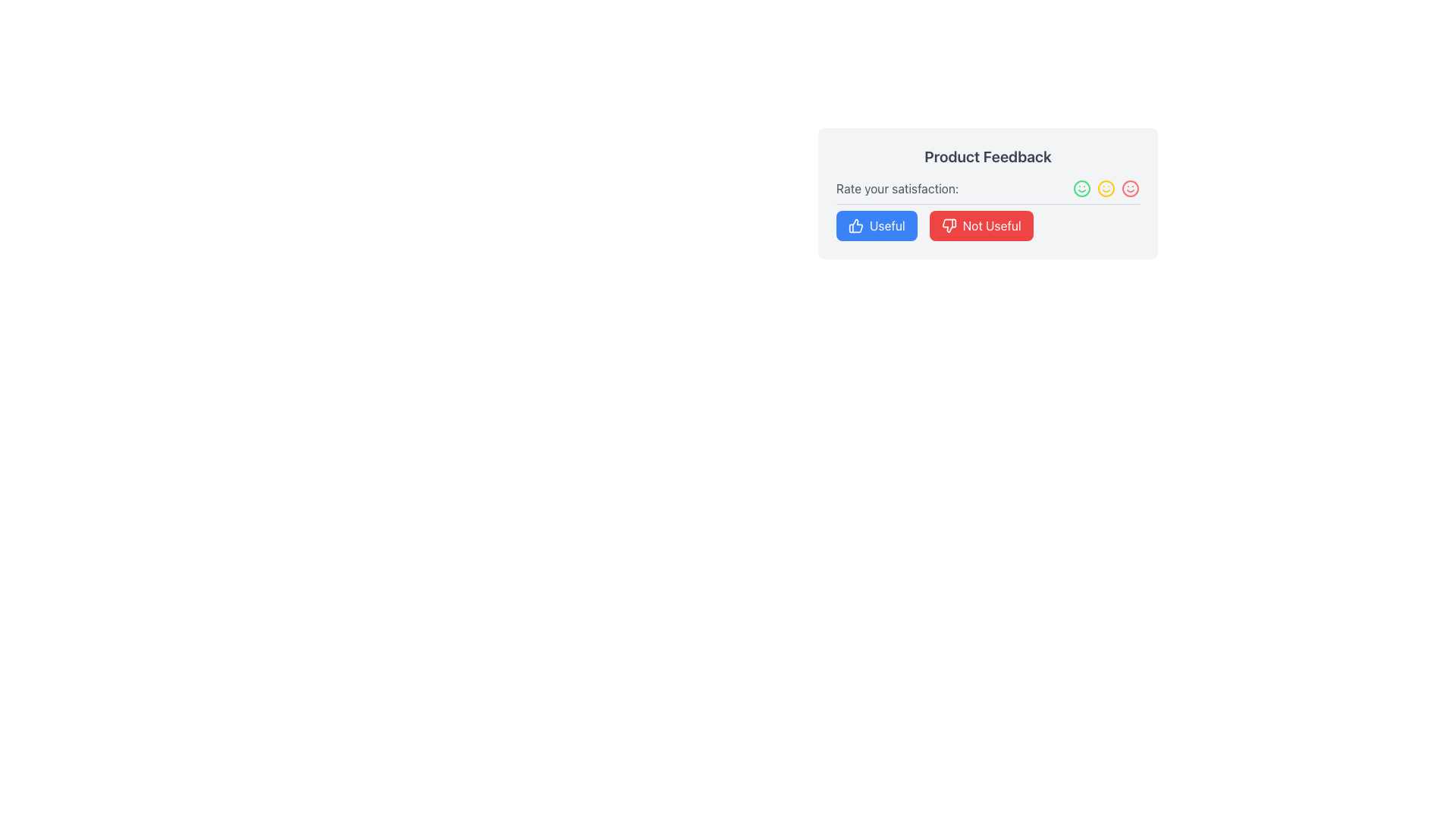  I want to click on the circular outline of the smiley face icon, which serves as the boundary for the icon's head, located near the middle-right of the feedback component, so click(1106, 188).